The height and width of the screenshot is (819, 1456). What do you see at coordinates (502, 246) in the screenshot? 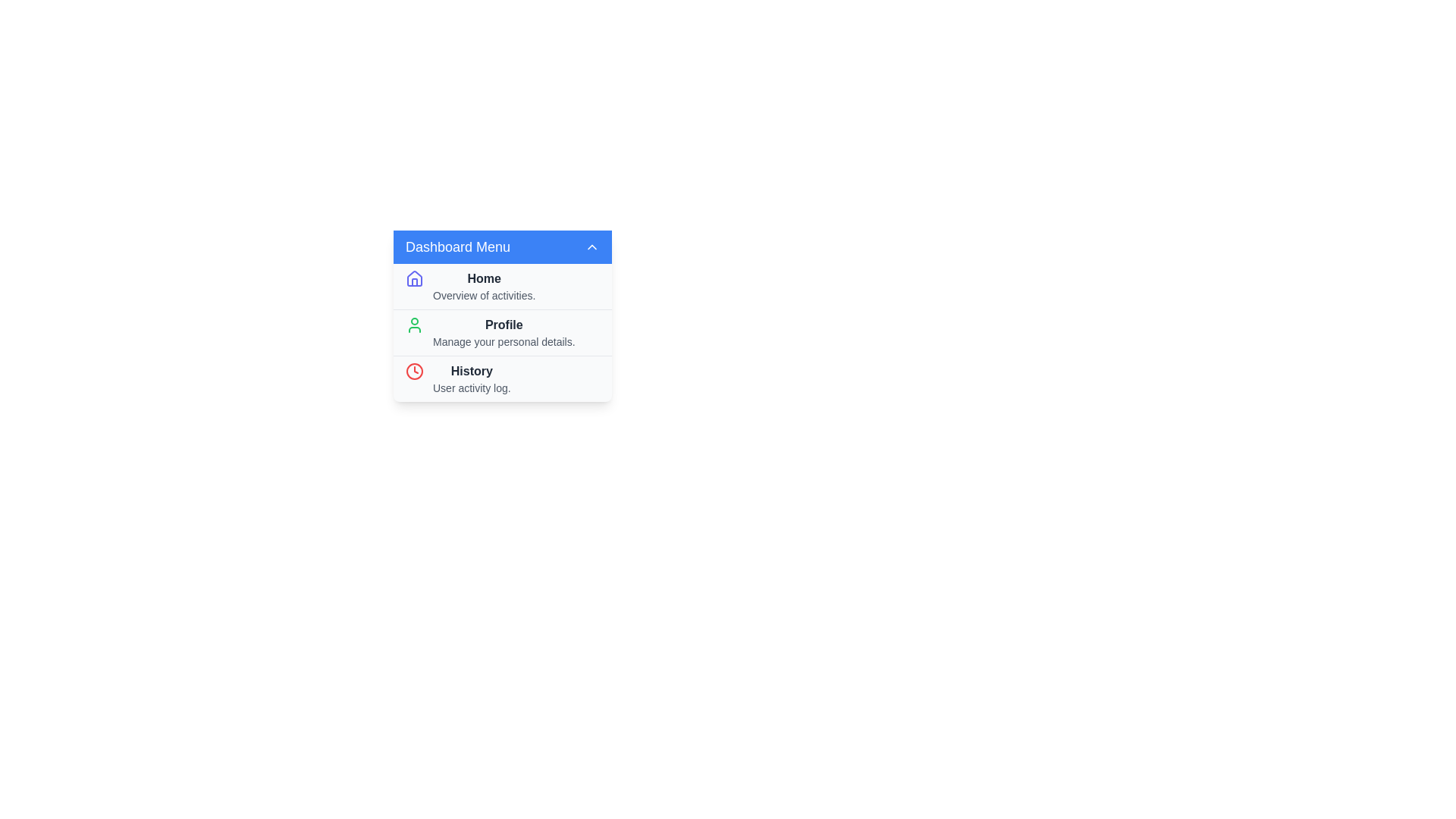
I see `the Collapsible Menu Header` at bounding box center [502, 246].